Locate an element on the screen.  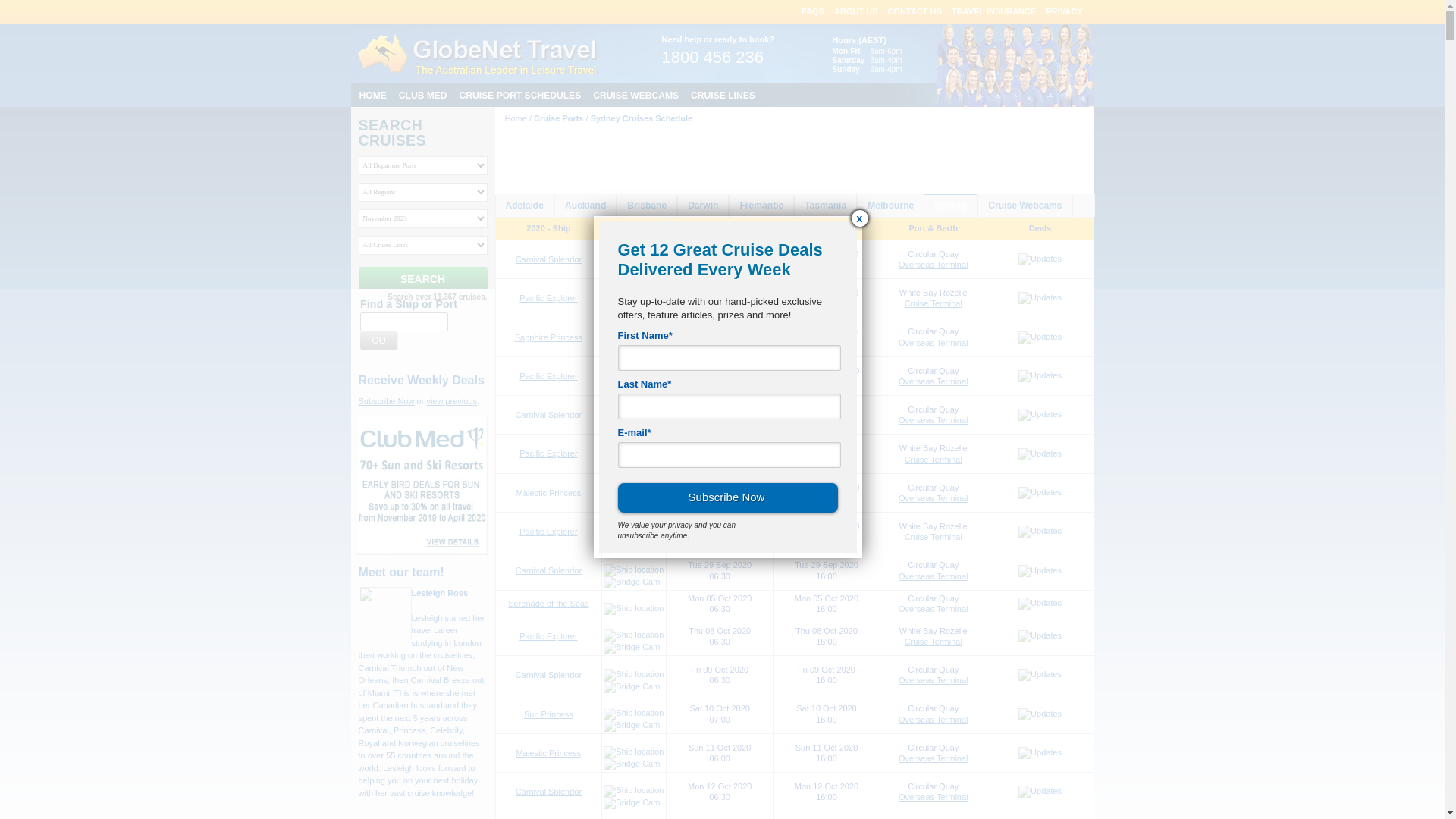
'Bridge Cam' is located at coordinates (603, 386).